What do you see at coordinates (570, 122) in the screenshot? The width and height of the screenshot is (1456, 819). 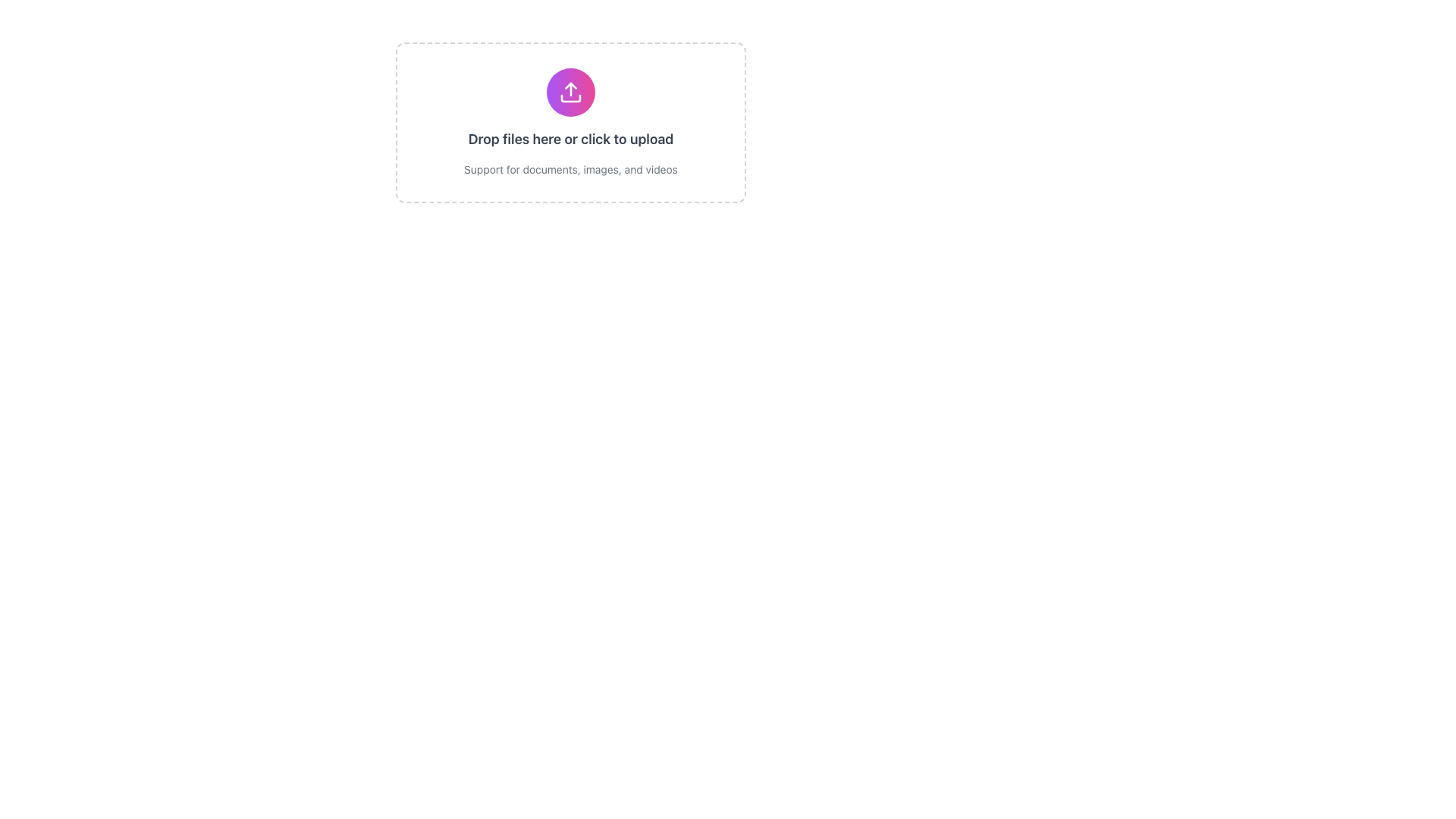 I see `the interactive file upload area element, which features a central circular button with a gradient color, an upload icon, and the text 'Drop files here or click to upload'` at bounding box center [570, 122].